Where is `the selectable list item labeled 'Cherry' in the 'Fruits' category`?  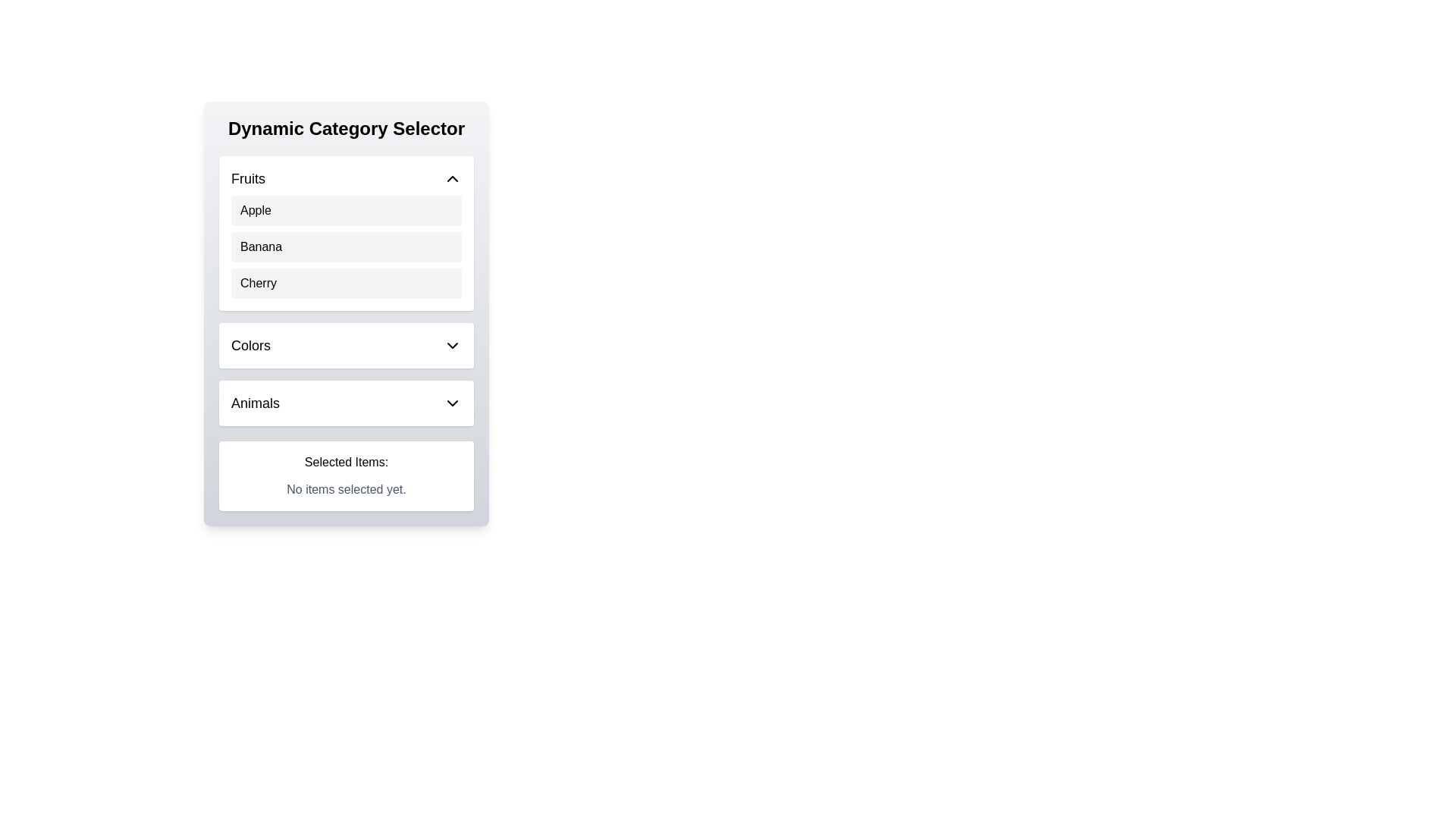 the selectable list item labeled 'Cherry' in the 'Fruits' category is located at coordinates (258, 284).